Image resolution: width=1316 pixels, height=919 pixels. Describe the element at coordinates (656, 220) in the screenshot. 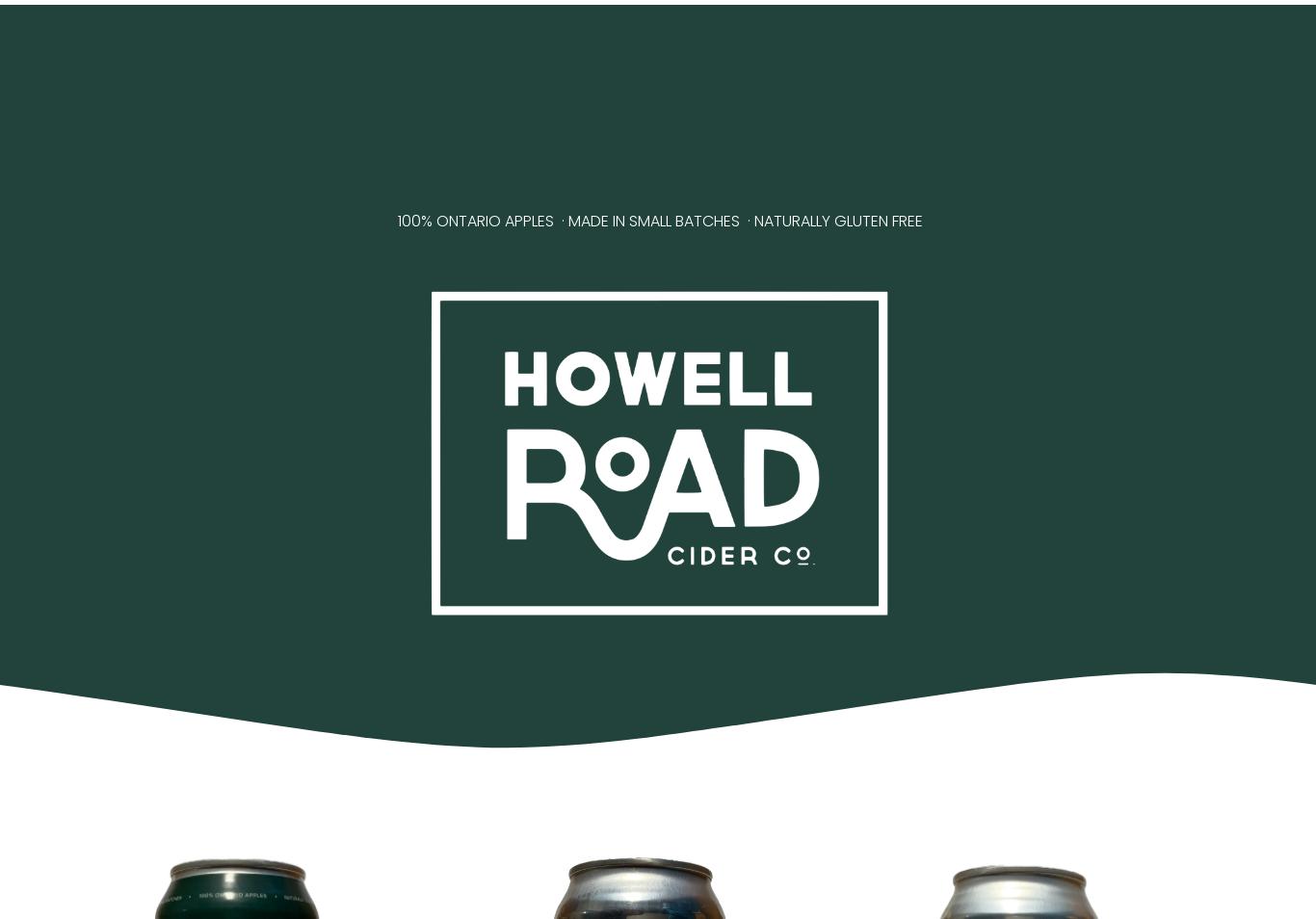

I see `'100% ONTARIO APPLES  · MADE IN SMALL BATCHES  · NATURALLY GLUTEN FREE'` at that location.